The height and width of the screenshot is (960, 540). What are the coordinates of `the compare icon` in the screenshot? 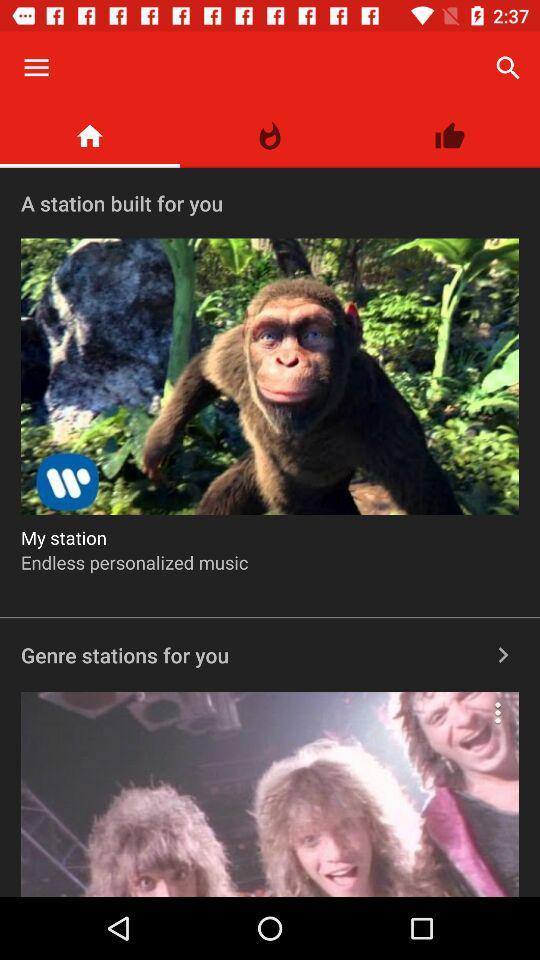 It's located at (270, 135).